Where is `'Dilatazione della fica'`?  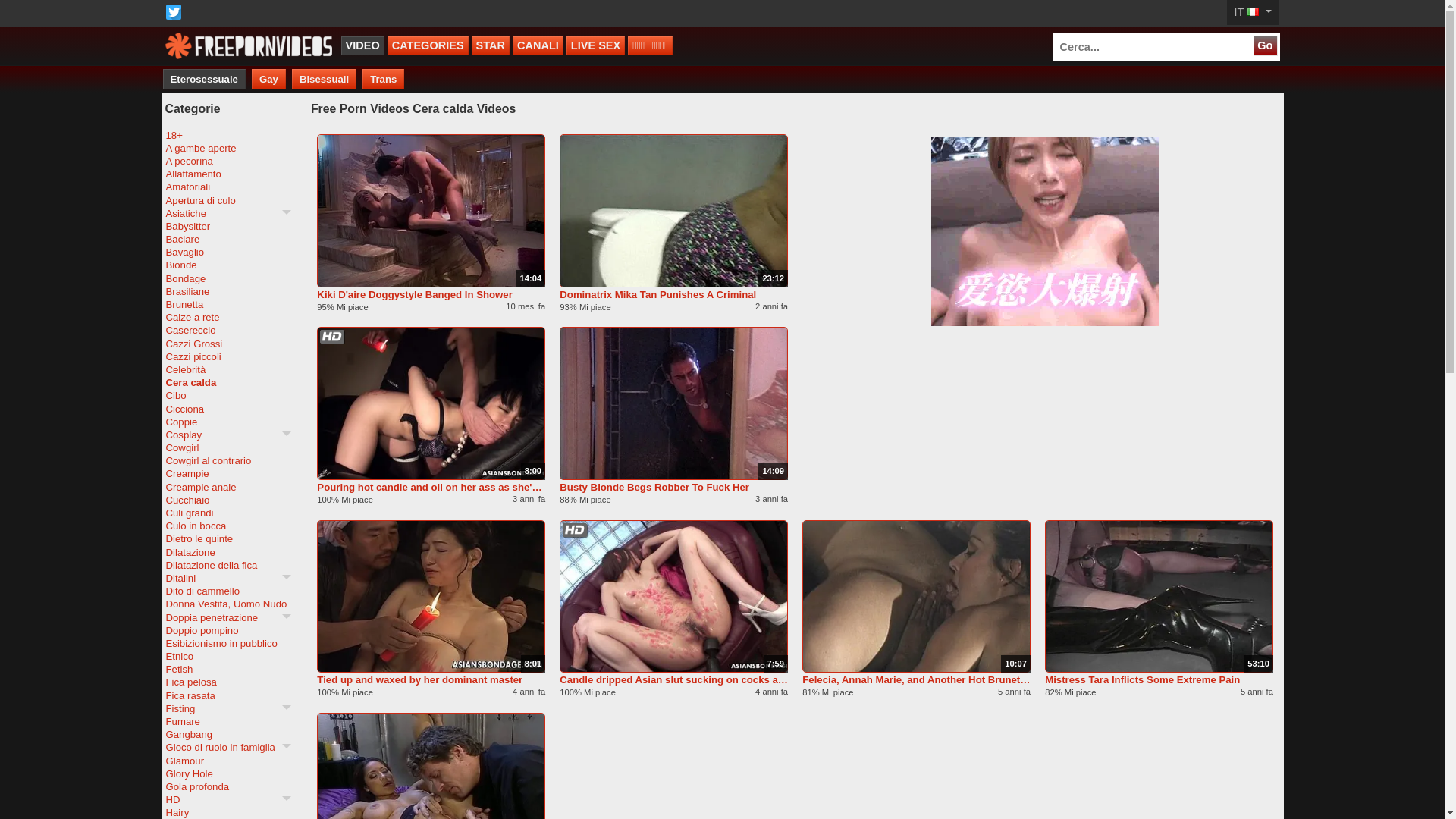
'Dilatazione della fica' is located at coordinates (165, 565).